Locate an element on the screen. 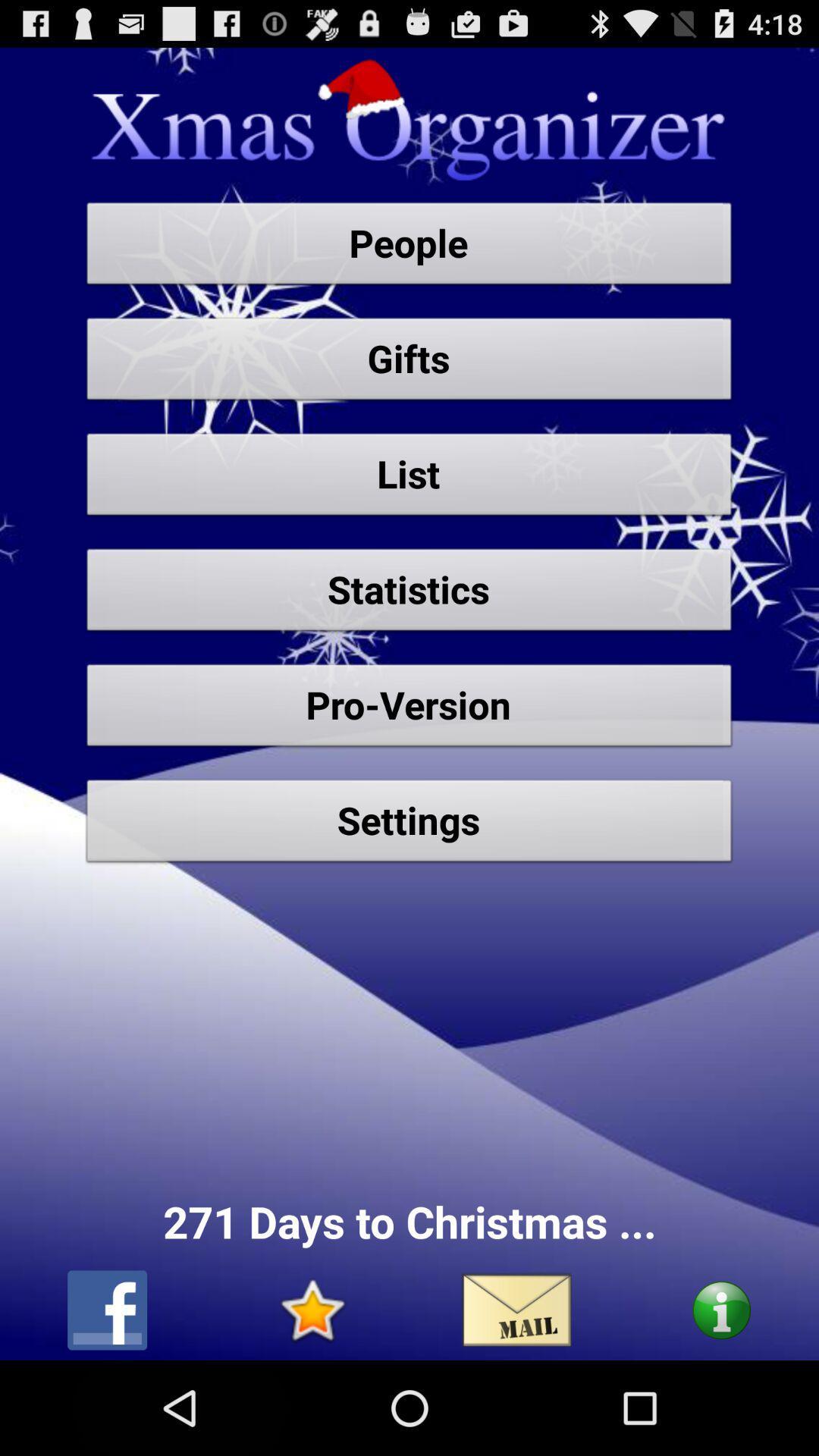  facebook is located at coordinates (106, 1310).